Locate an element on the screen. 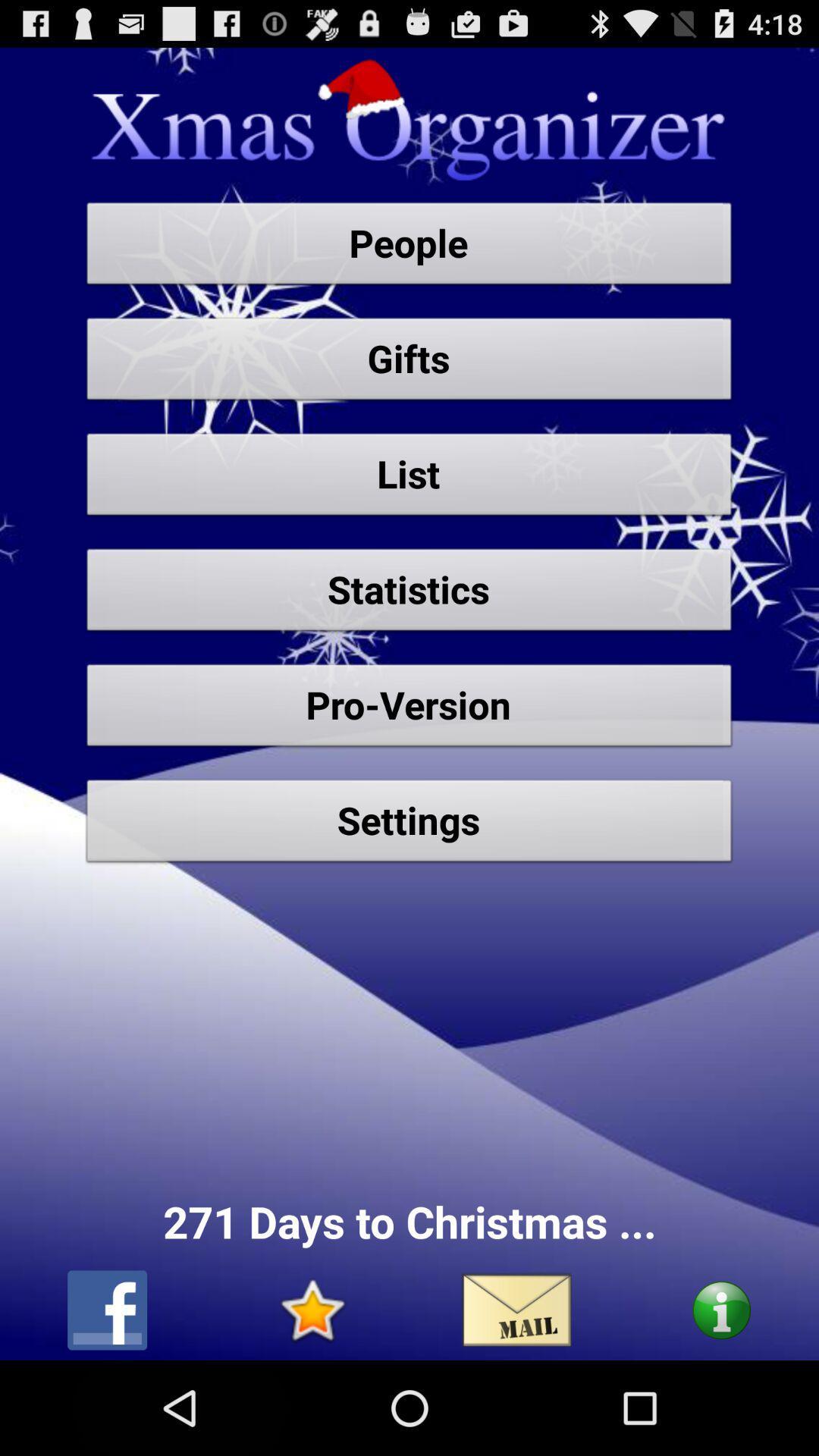  facebook is located at coordinates (106, 1310).